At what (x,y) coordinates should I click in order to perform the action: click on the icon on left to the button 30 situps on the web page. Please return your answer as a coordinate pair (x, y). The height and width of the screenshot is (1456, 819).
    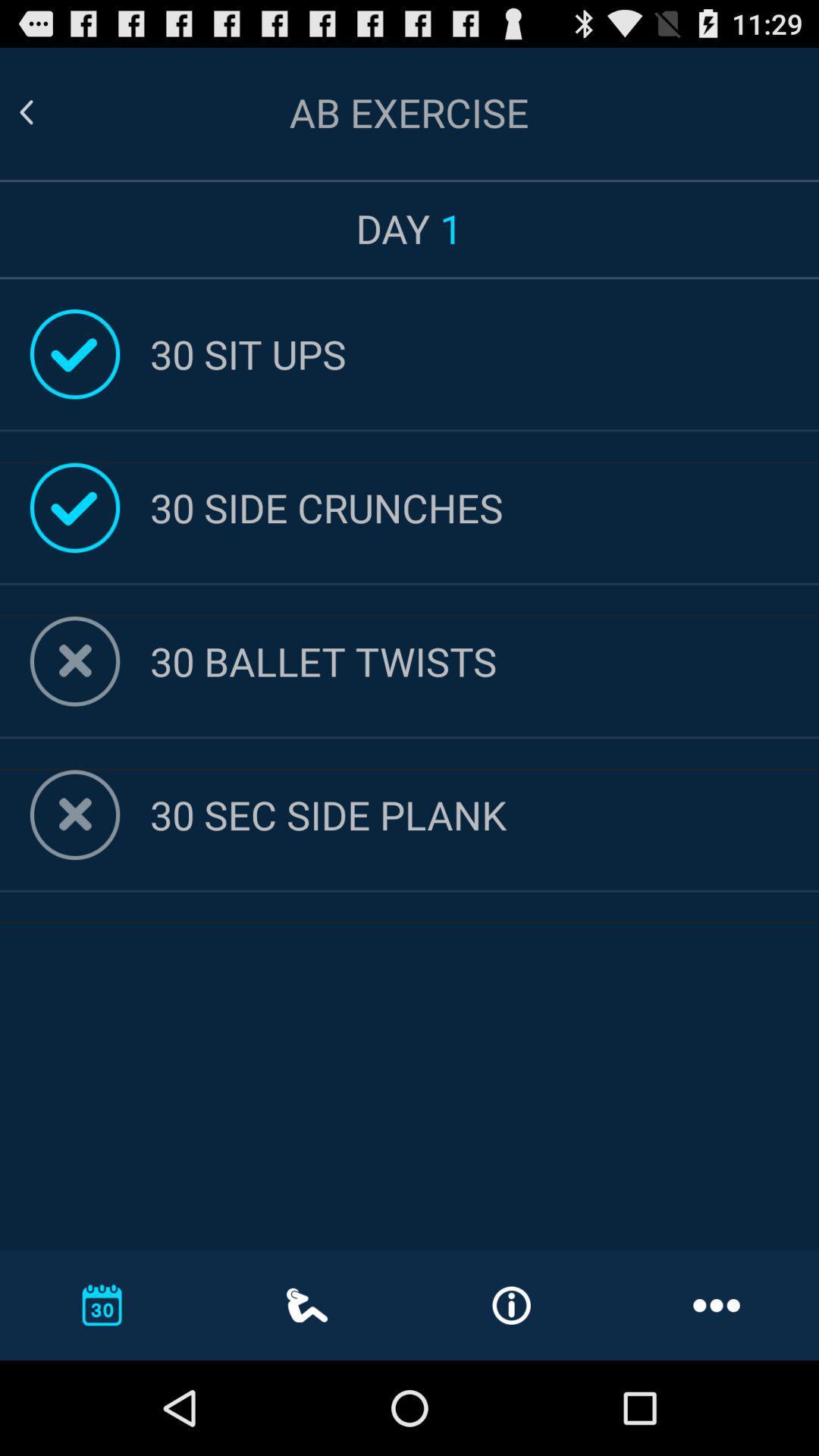
    Looking at the image, I should click on (75, 353).